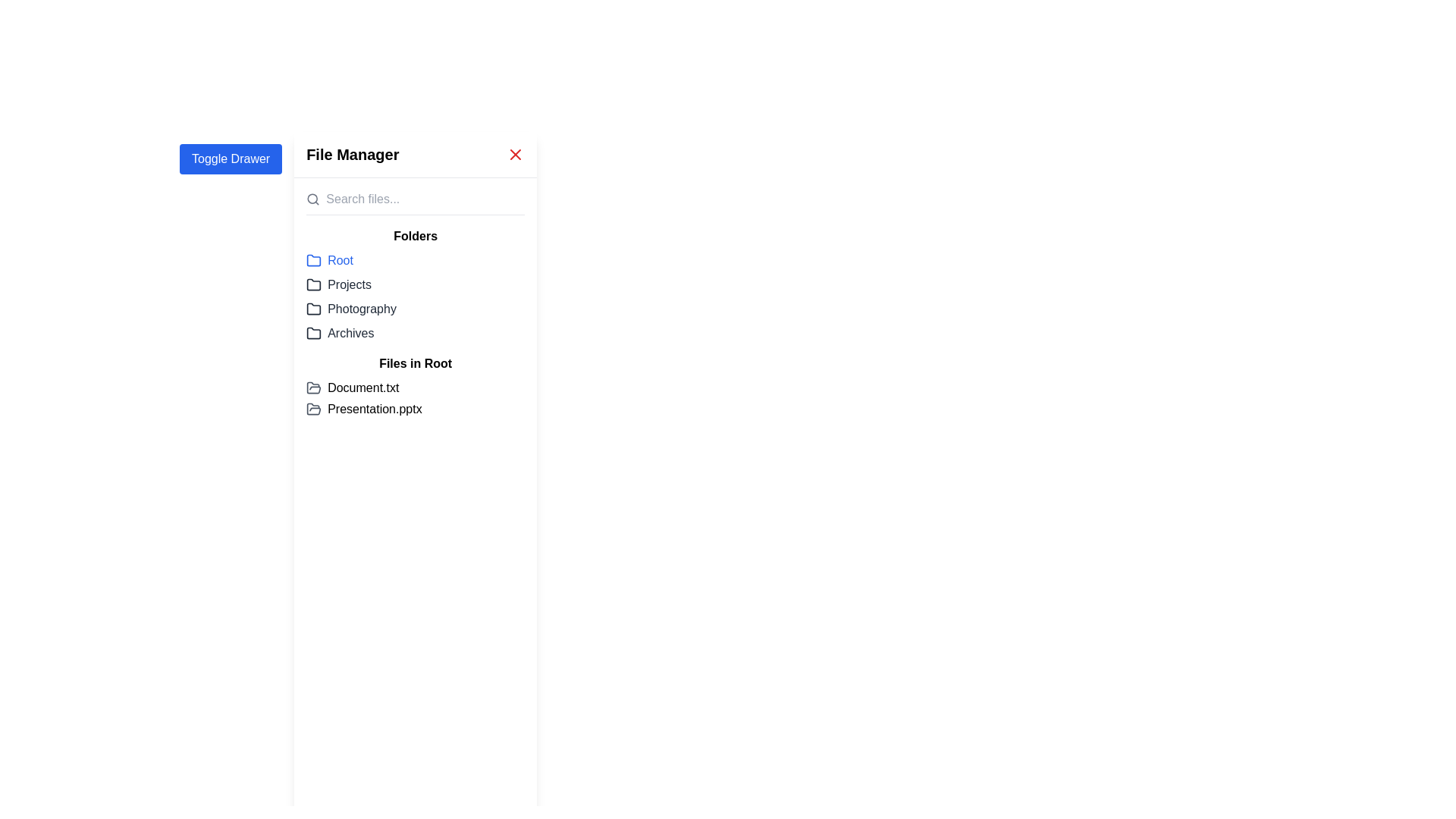  Describe the element at coordinates (416, 202) in the screenshot. I see `the horizontal search bar with the placeholder 'Search files...' located near the top of the 'File Manager' interface` at that location.